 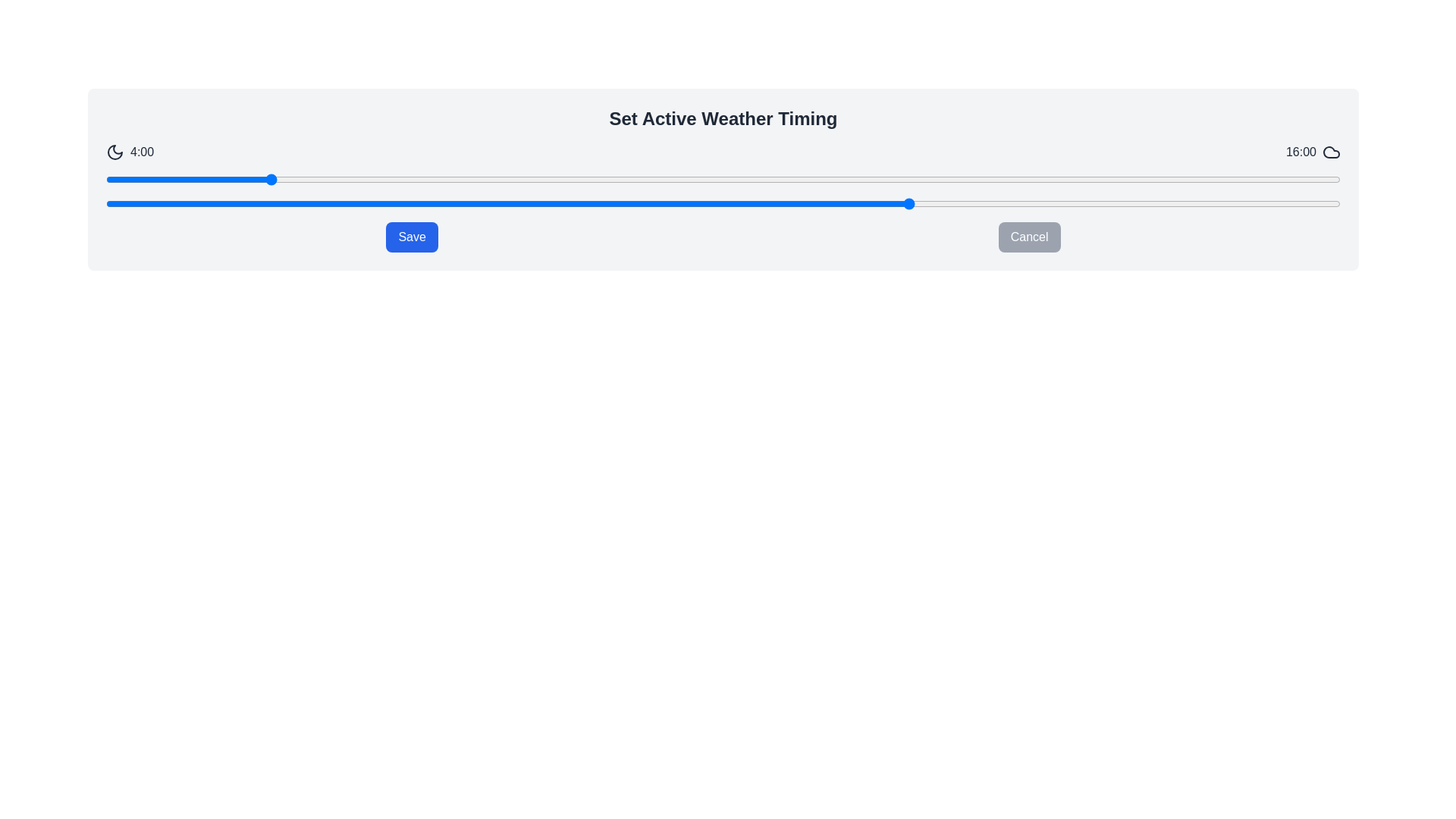 What do you see at coordinates (115, 152) in the screenshot?
I see `the nighttime icon located near the left edge of the horizontal slider, adjacent to the time label '4:00'` at bounding box center [115, 152].